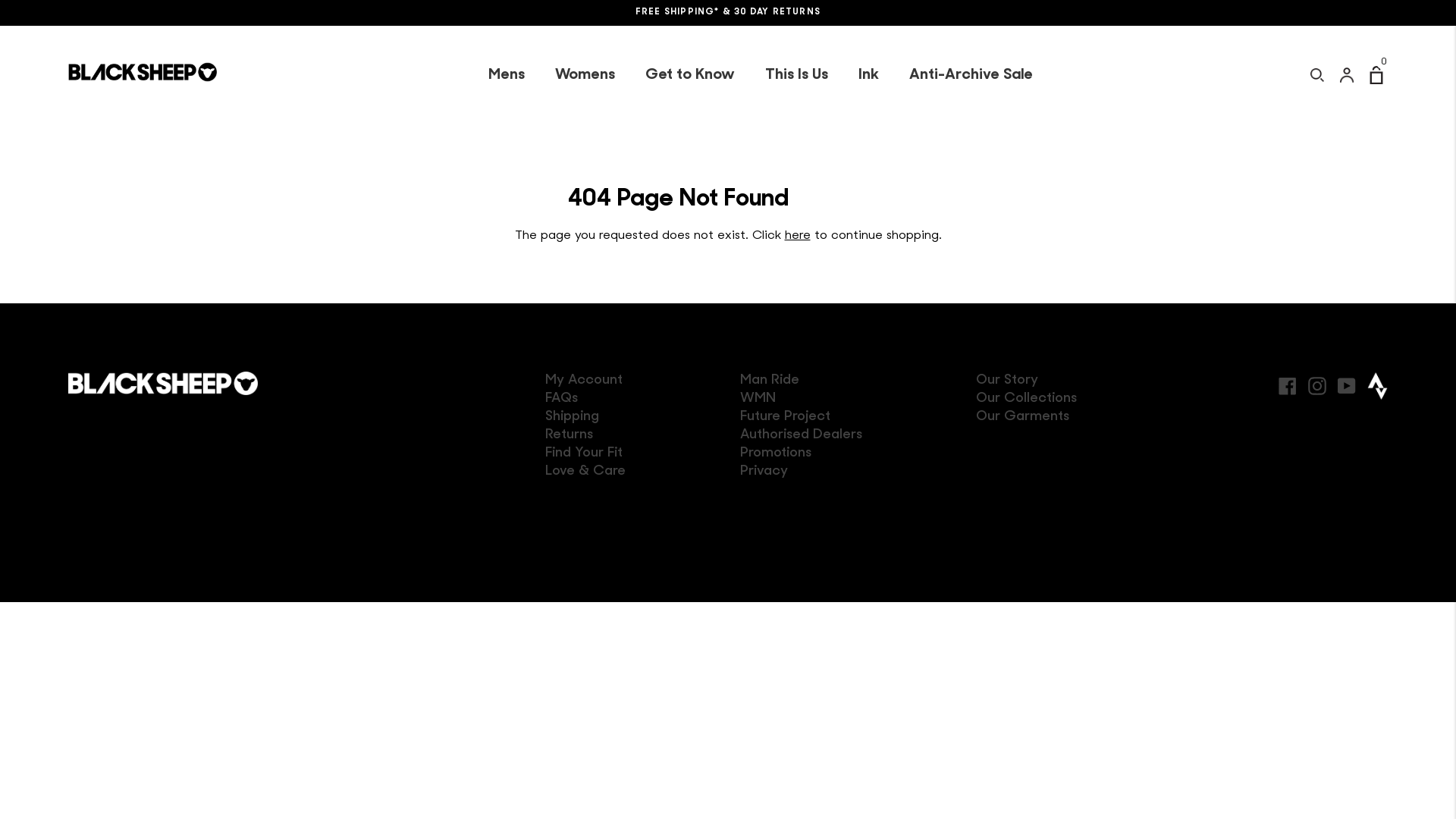 The height and width of the screenshot is (819, 1456). I want to click on 'Our Collections', so click(1026, 397).